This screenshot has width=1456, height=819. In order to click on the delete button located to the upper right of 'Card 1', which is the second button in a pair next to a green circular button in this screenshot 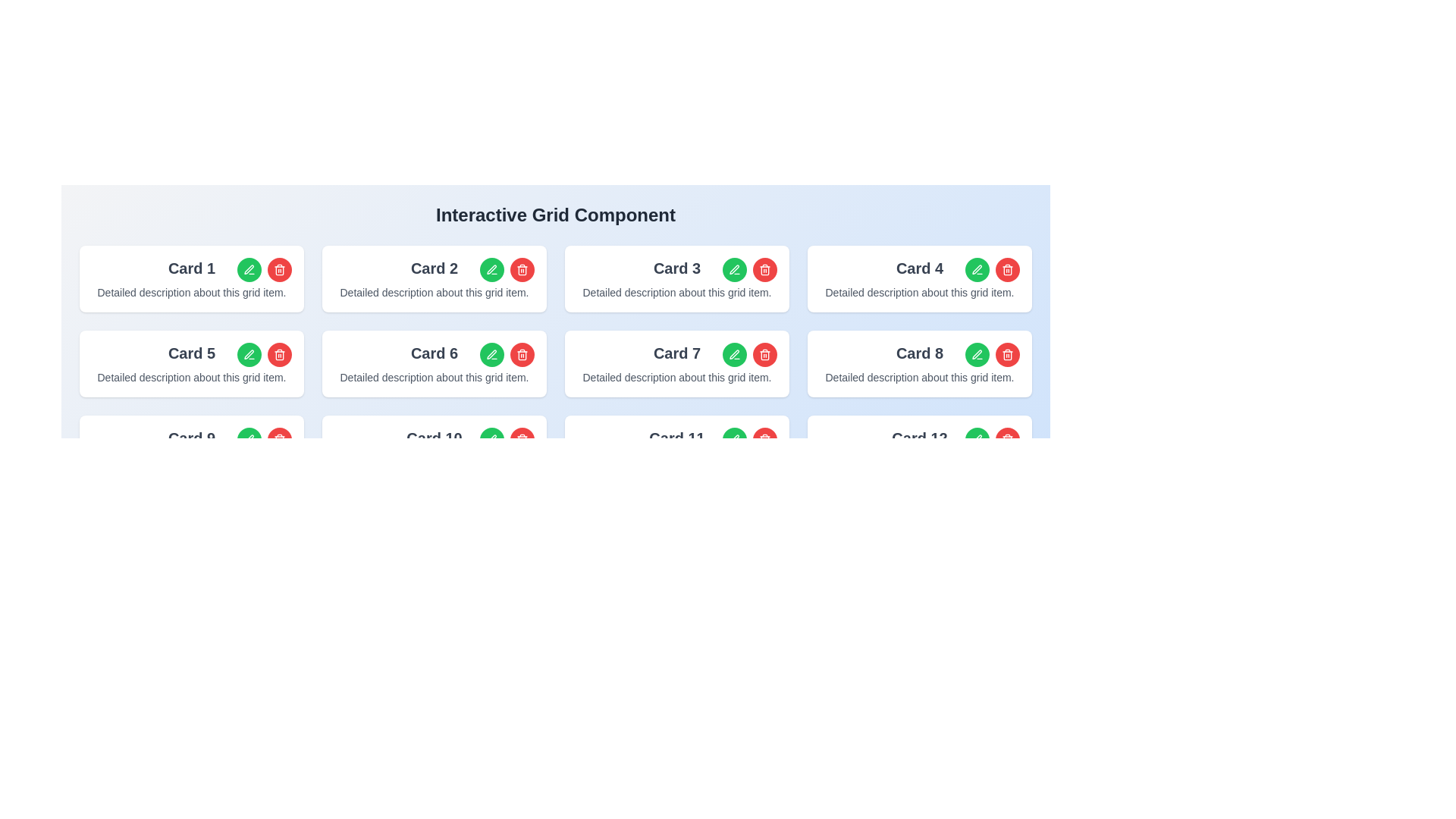, I will do `click(265, 268)`.